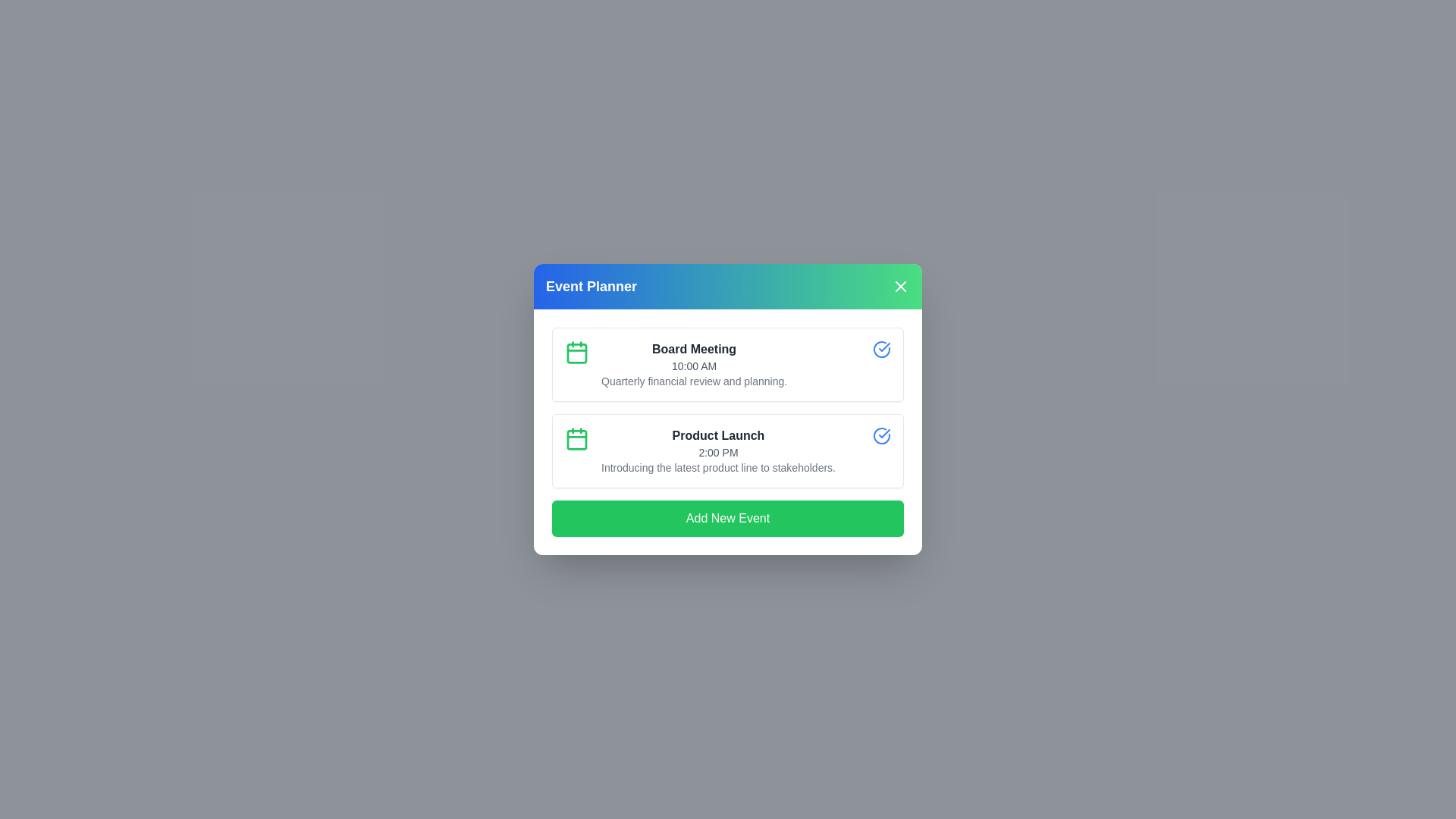 The image size is (1456, 819). What do you see at coordinates (693, 350) in the screenshot?
I see `text label displaying 'Board Meeting' located at the top of the event block in the event planner interface` at bounding box center [693, 350].